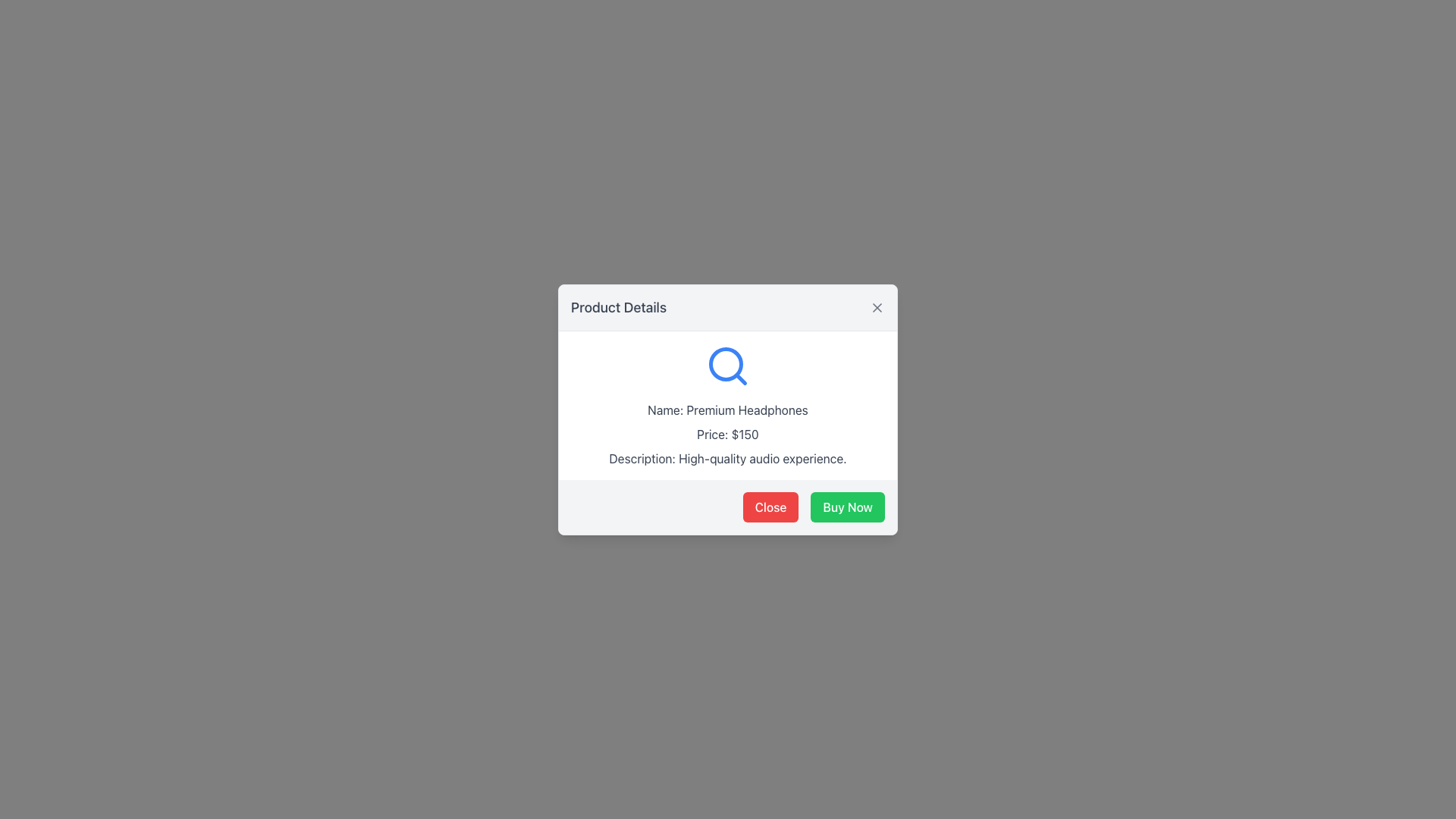 The height and width of the screenshot is (819, 1456). I want to click on text from the 'Product Details' label, which is a medium-sized, bold, dark gray text located at the top-left corner of the modal dialog box, so click(619, 307).